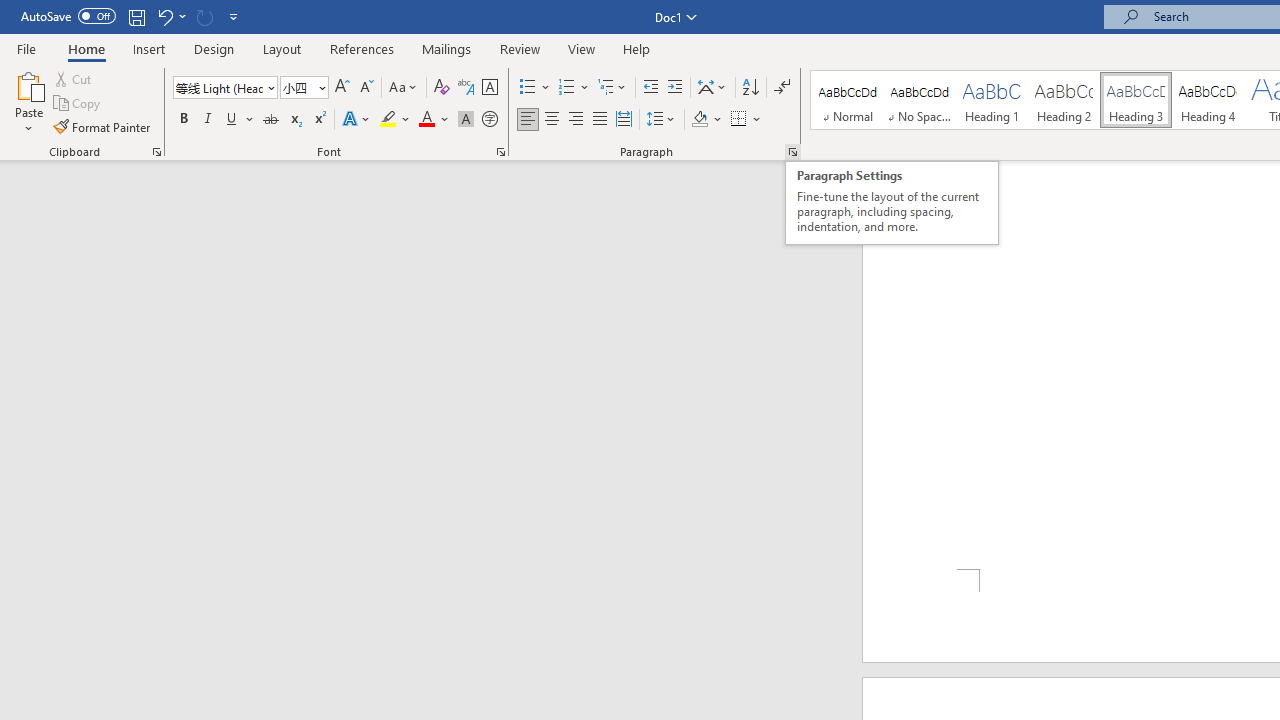  Describe the element at coordinates (441, 86) in the screenshot. I see `'Clear Formatting'` at that location.